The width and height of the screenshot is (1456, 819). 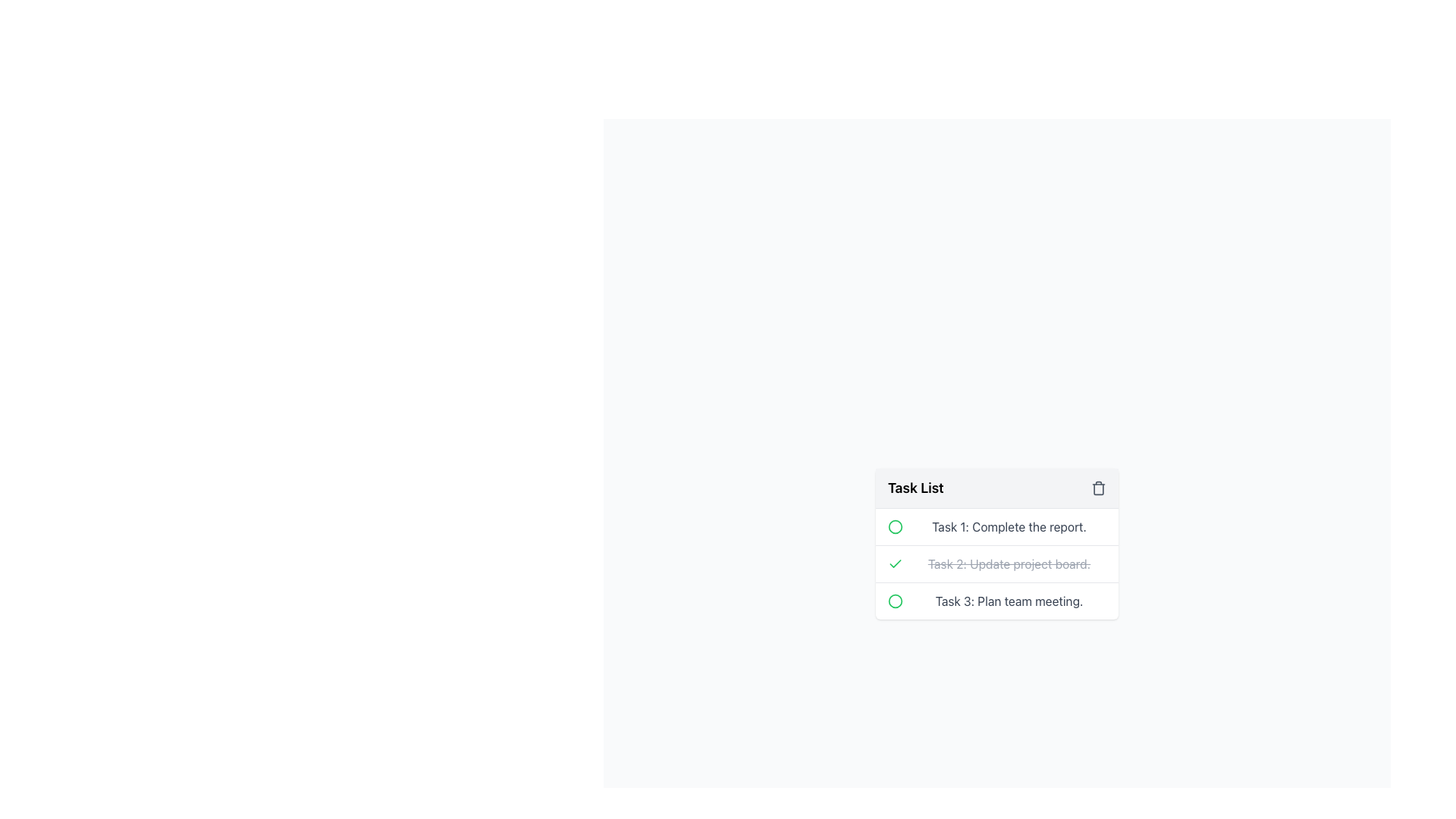 What do you see at coordinates (895, 526) in the screenshot?
I see `the center of the Circular Icon, which serves as a status indicator or toggle for the task entry, to change its state` at bounding box center [895, 526].